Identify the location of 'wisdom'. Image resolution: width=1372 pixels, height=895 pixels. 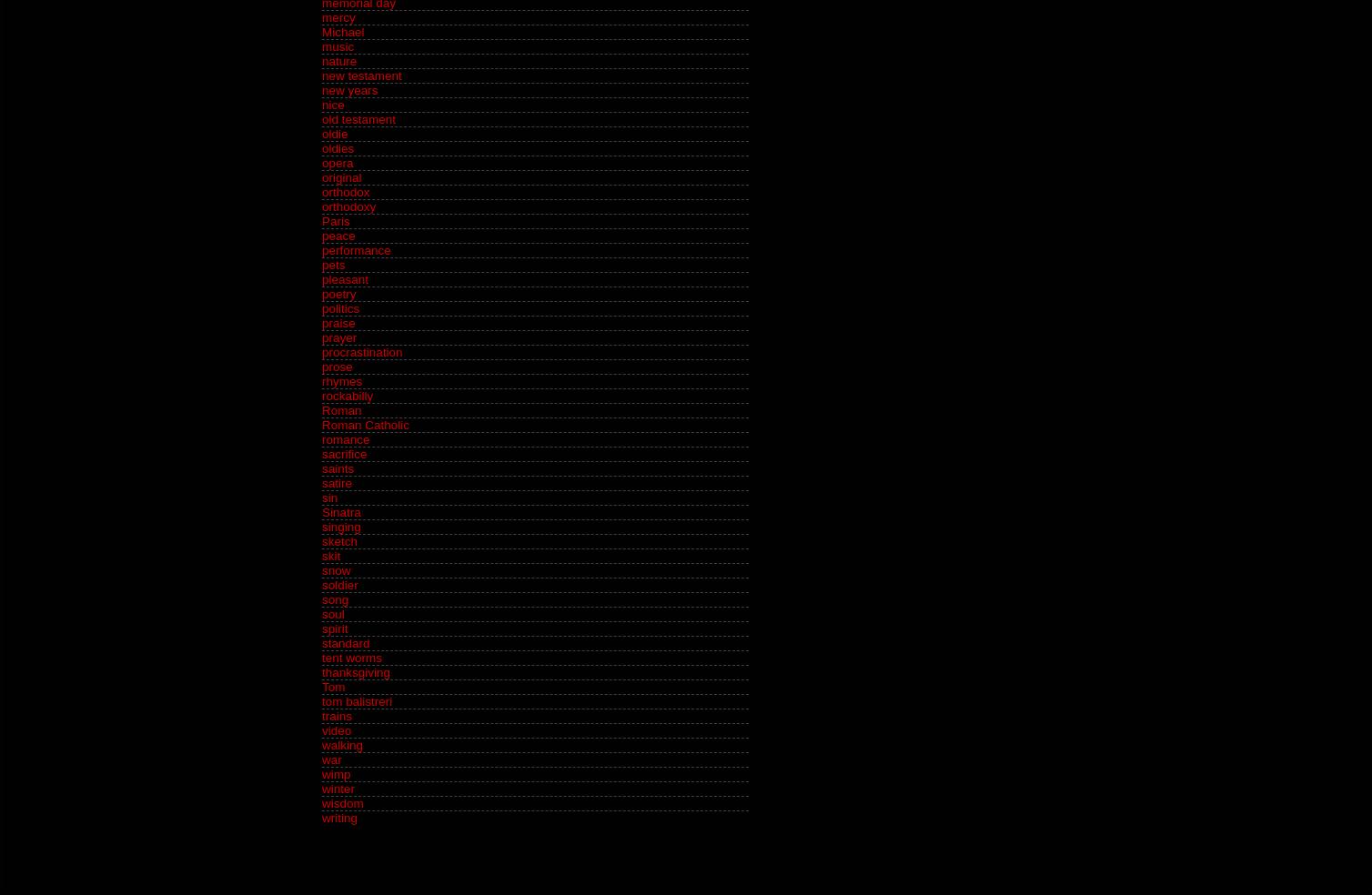
(320, 803).